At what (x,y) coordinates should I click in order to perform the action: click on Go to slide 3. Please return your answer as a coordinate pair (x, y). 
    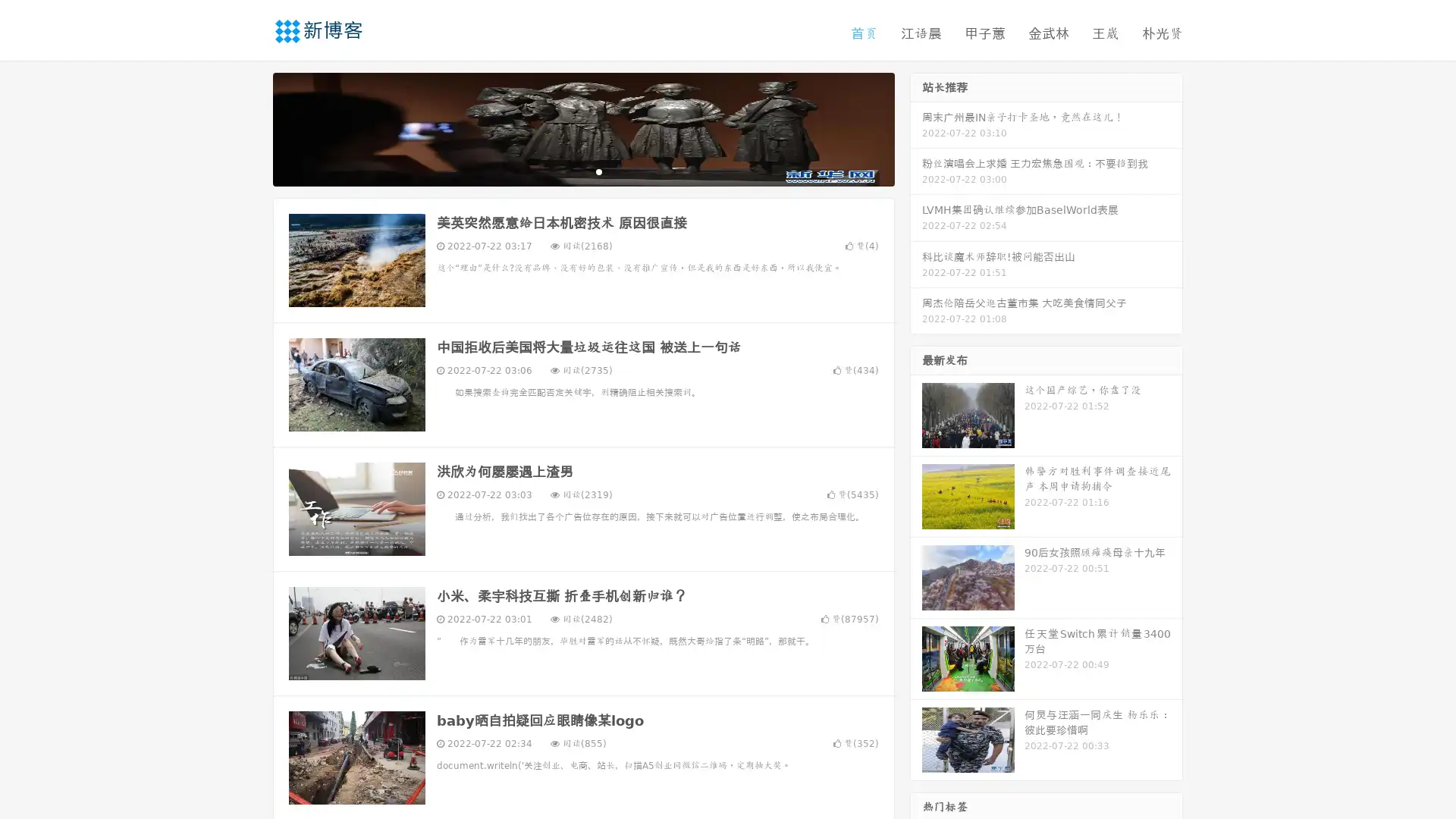
    Looking at the image, I should click on (598, 171).